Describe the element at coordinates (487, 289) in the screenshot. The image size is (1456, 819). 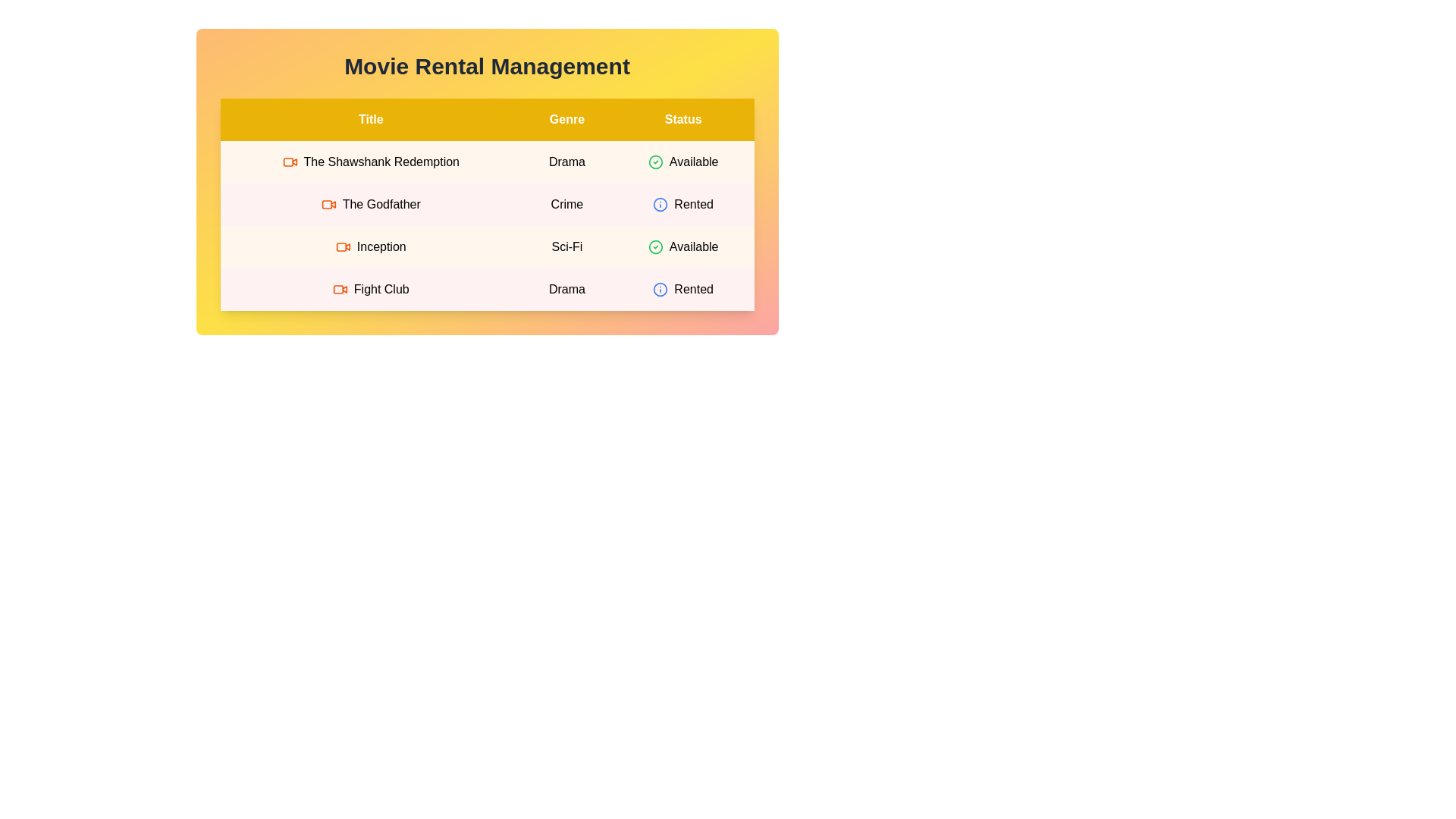
I see `the row corresponding to the movie Fight Club` at that location.